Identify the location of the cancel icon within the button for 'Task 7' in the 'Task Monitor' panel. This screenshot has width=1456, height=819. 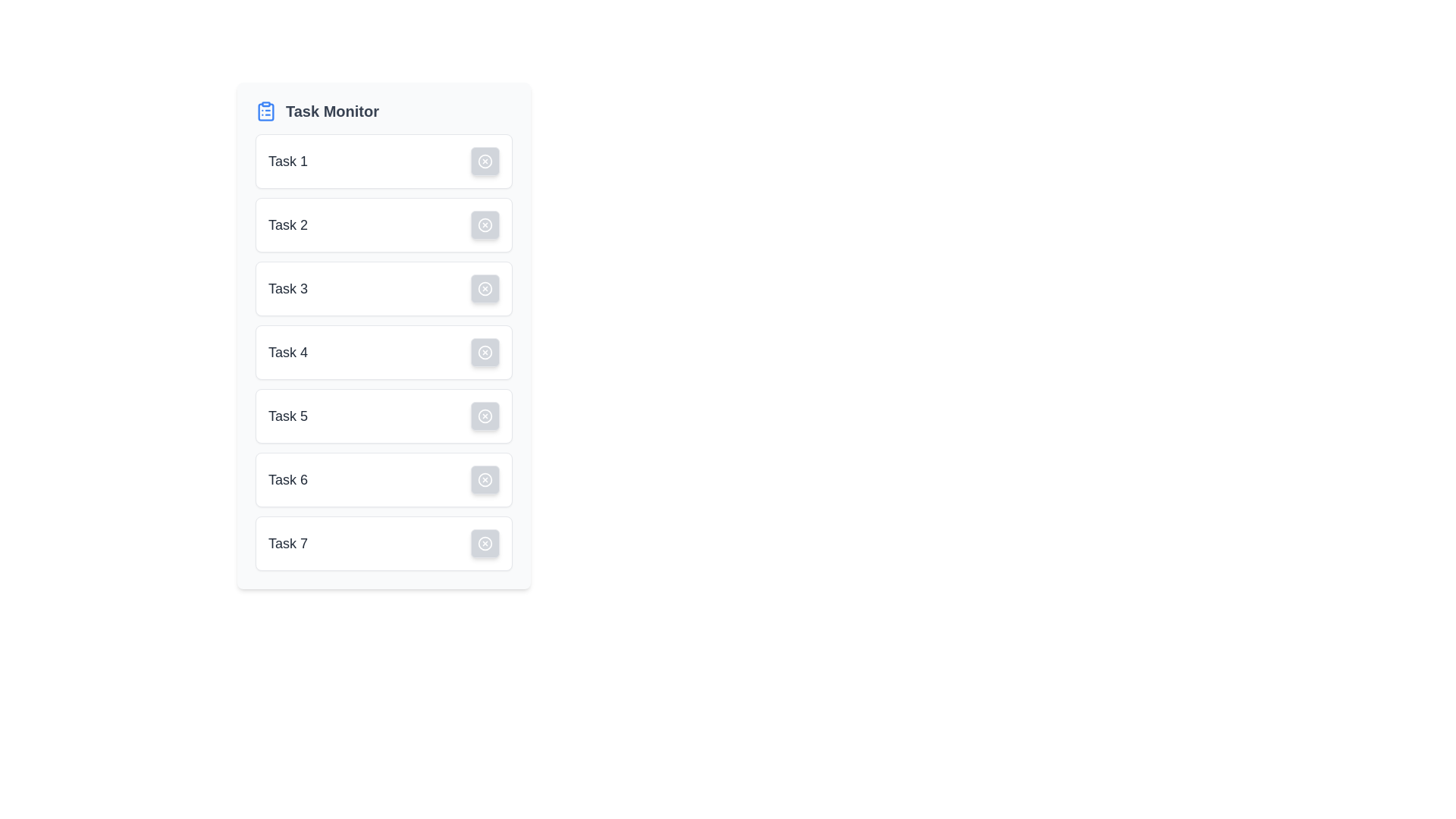
(484, 543).